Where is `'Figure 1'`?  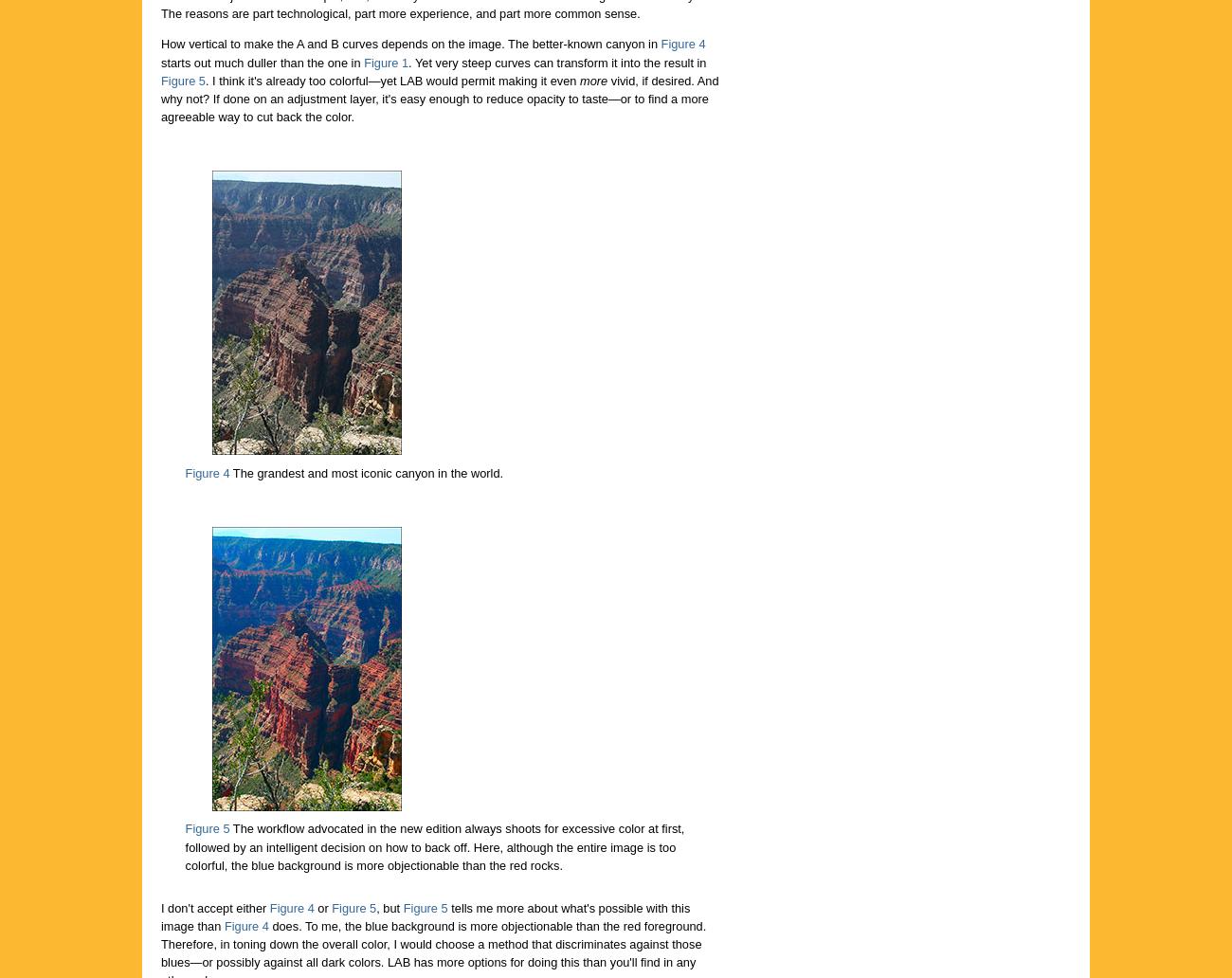
'Figure 1' is located at coordinates (386, 62).